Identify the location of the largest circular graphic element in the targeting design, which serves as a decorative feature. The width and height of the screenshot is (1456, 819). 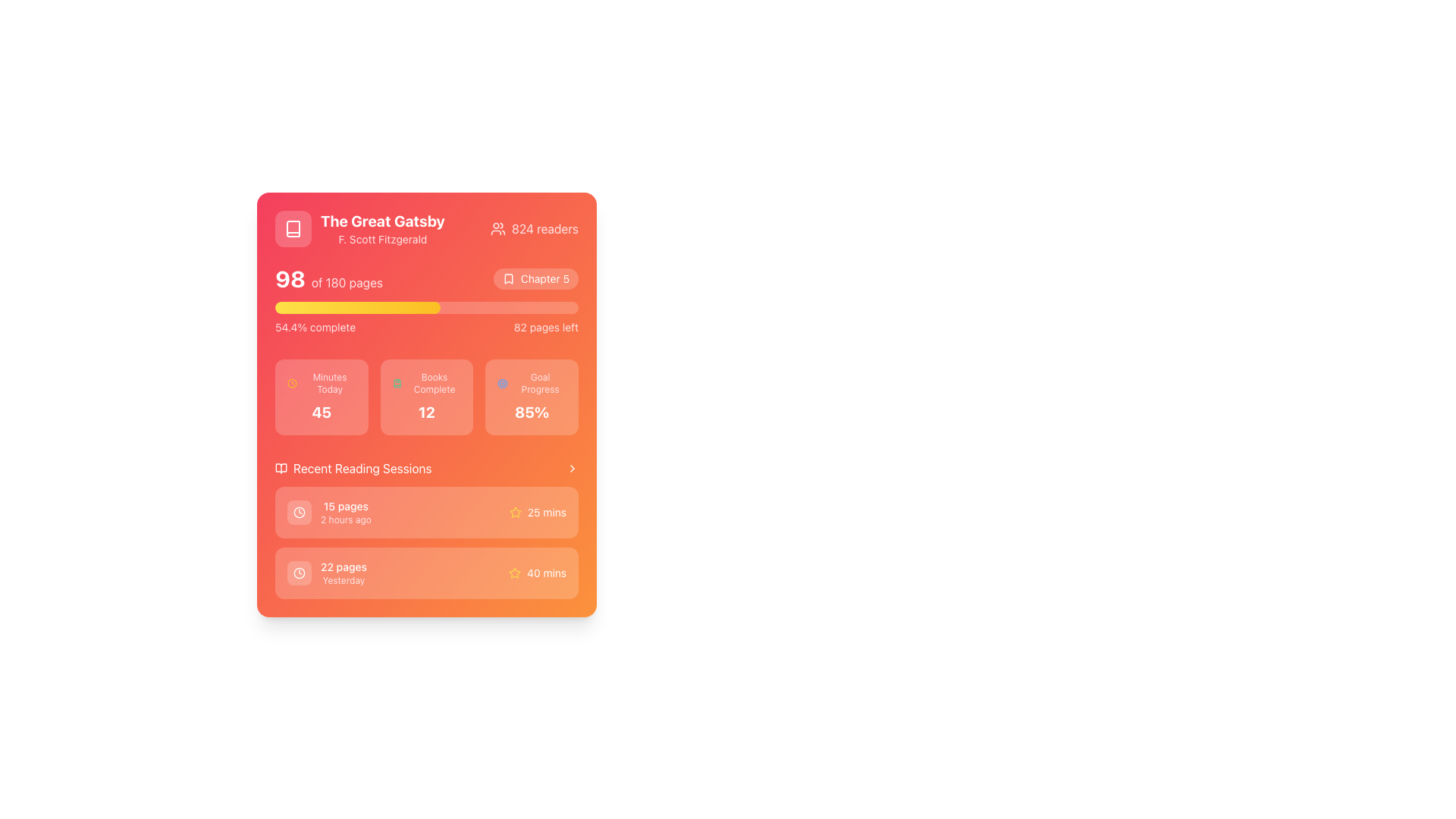
(503, 382).